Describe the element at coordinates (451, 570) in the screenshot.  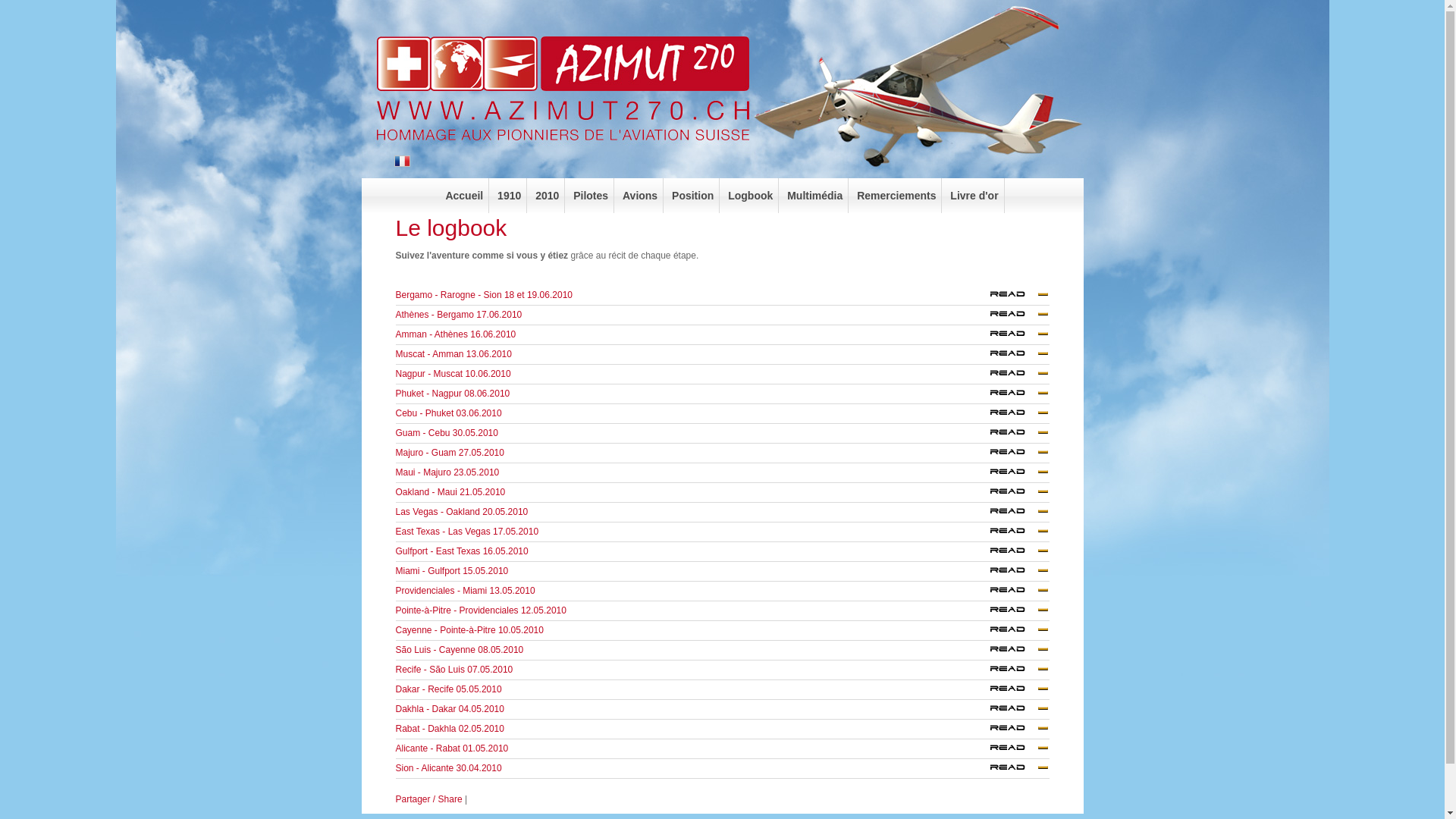
I see `'Miami - Gulfport 15.05.2010'` at that location.